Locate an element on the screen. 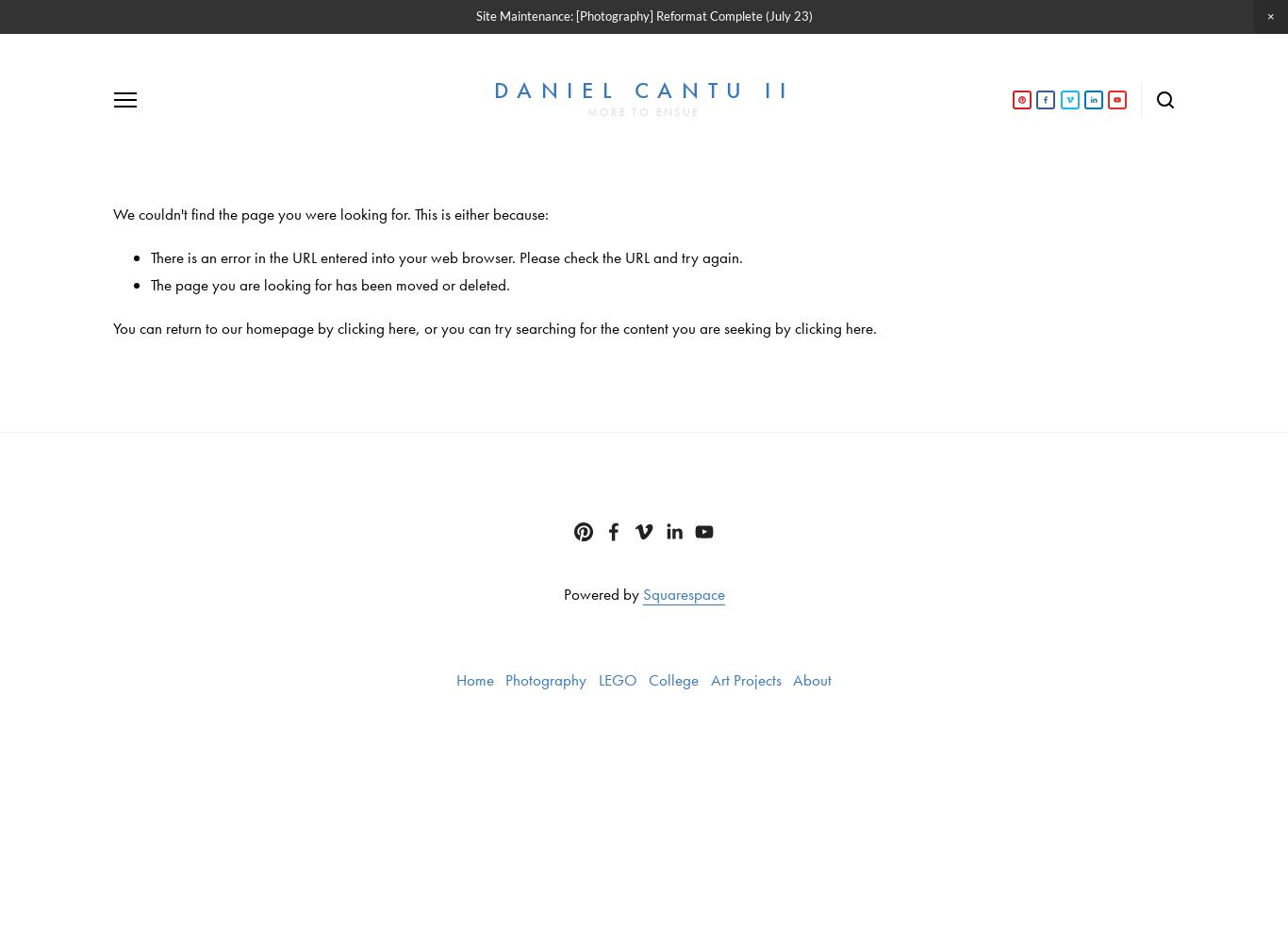 This screenshot has height=943, width=1288. 'Art Projects' is located at coordinates (745, 678).